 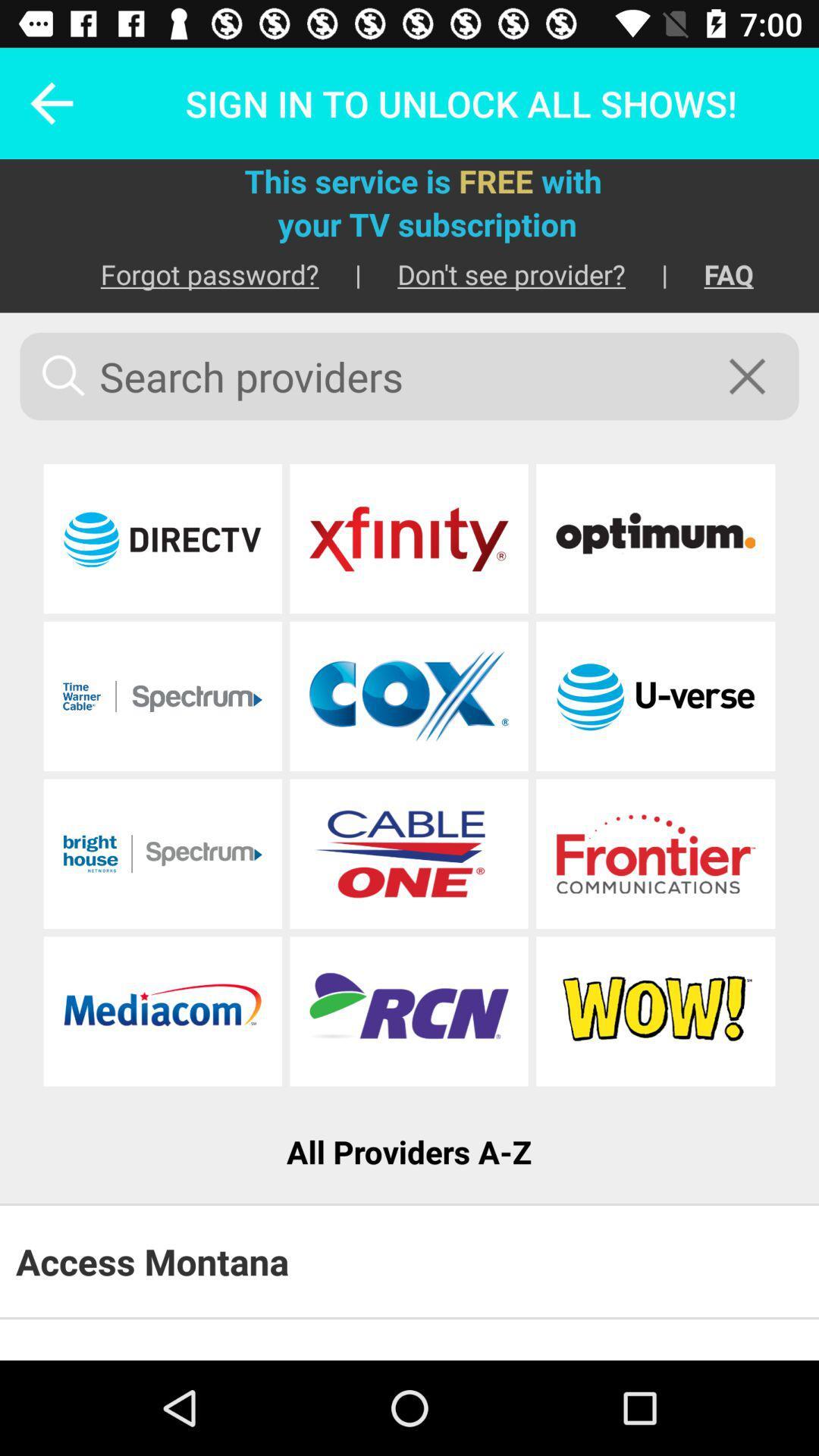 I want to click on the icon below your tv subscription item, so click(x=494, y=274).